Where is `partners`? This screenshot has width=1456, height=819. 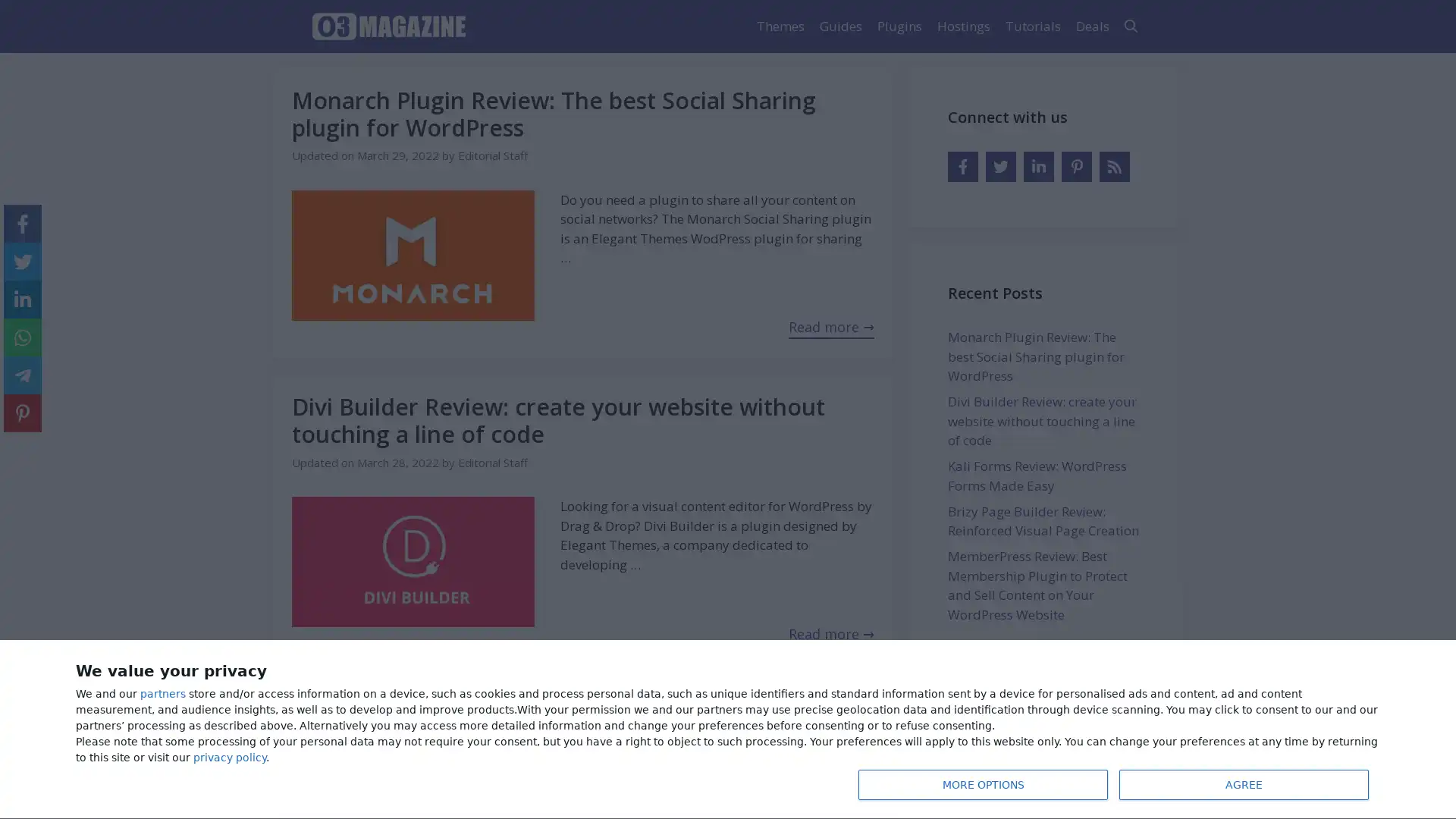 partners is located at coordinates (163, 693).